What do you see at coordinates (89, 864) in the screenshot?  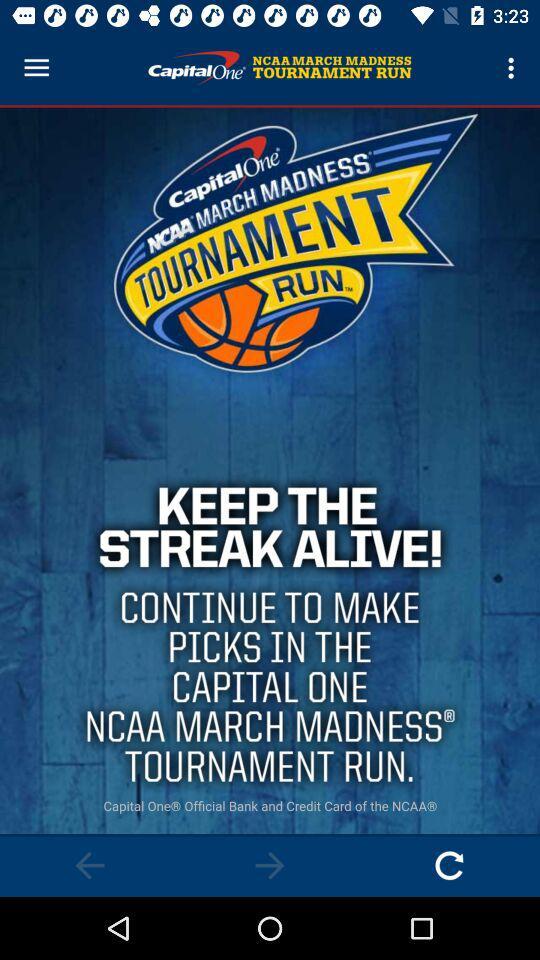 I see `go back` at bounding box center [89, 864].